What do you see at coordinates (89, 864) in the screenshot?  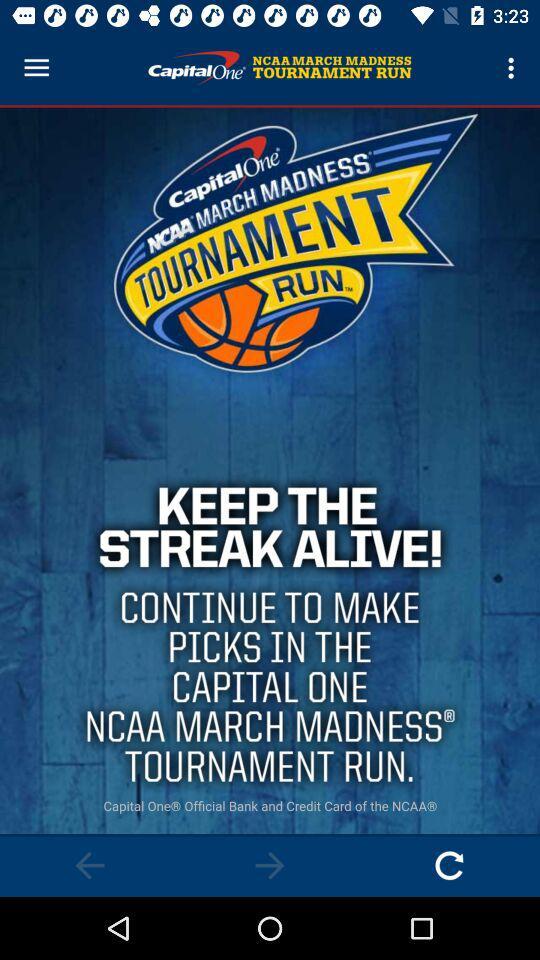 I see `go back` at bounding box center [89, 864].